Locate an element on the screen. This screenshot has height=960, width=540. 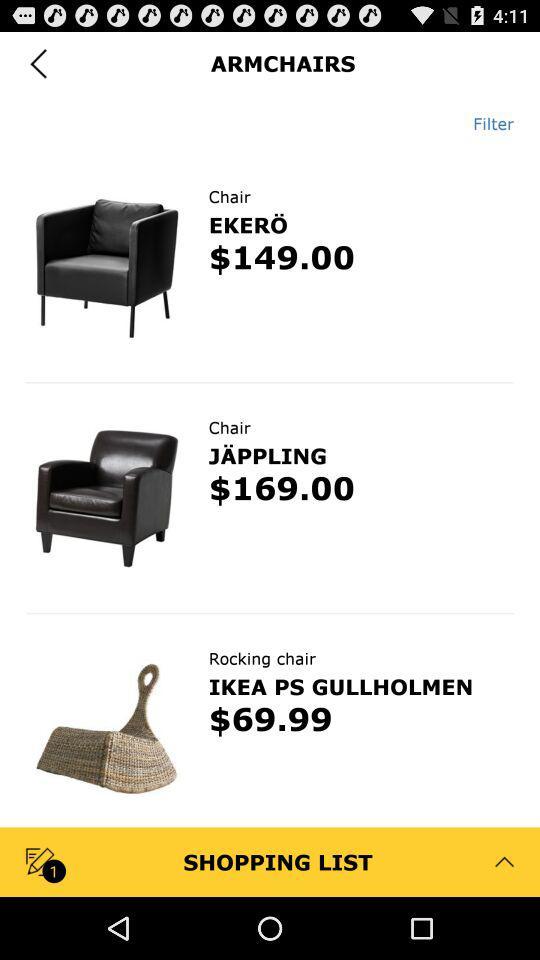
icon above $69.99 item is located at coordinates (340, 686).